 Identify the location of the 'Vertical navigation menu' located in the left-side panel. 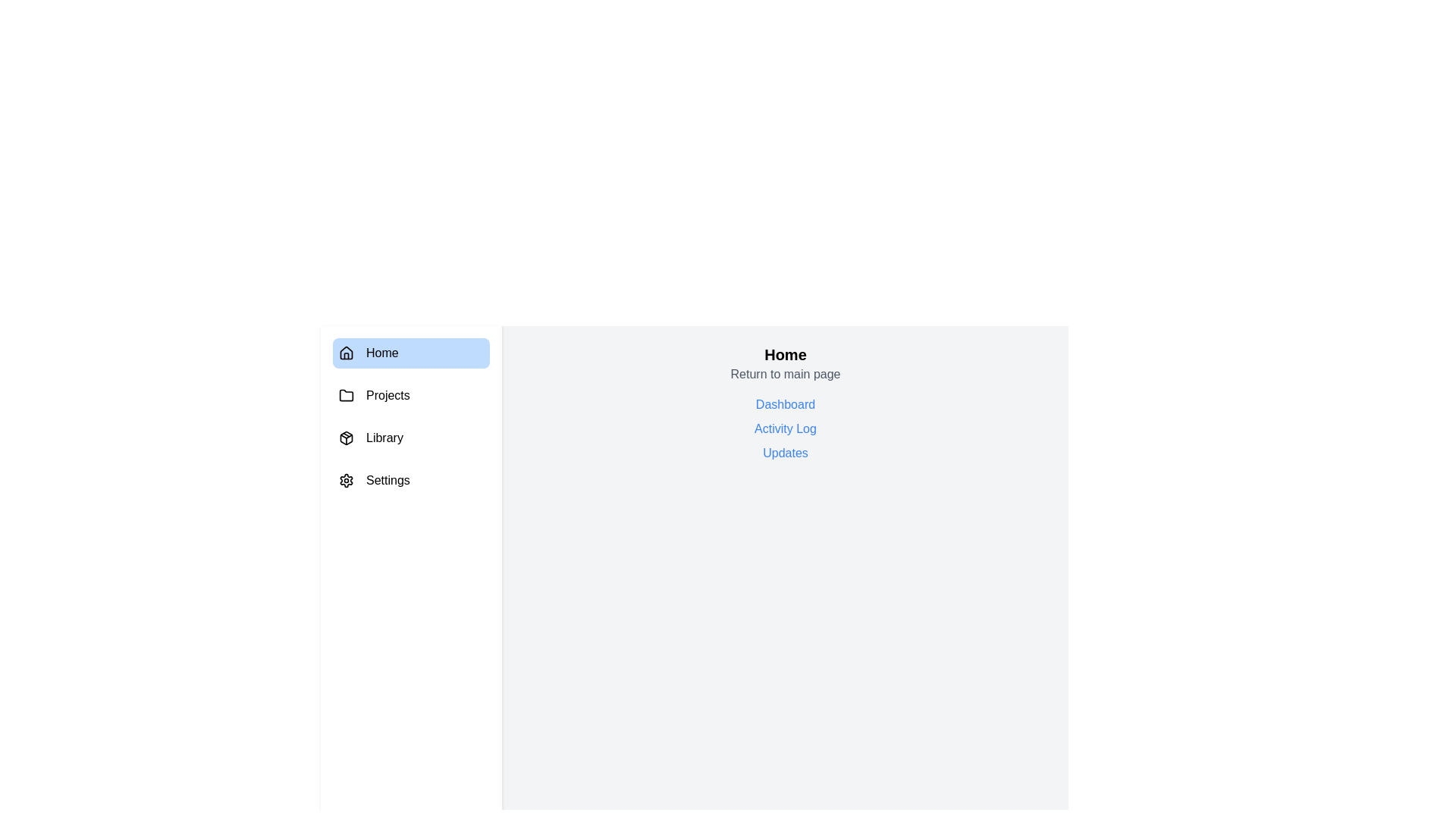
(411, 417).